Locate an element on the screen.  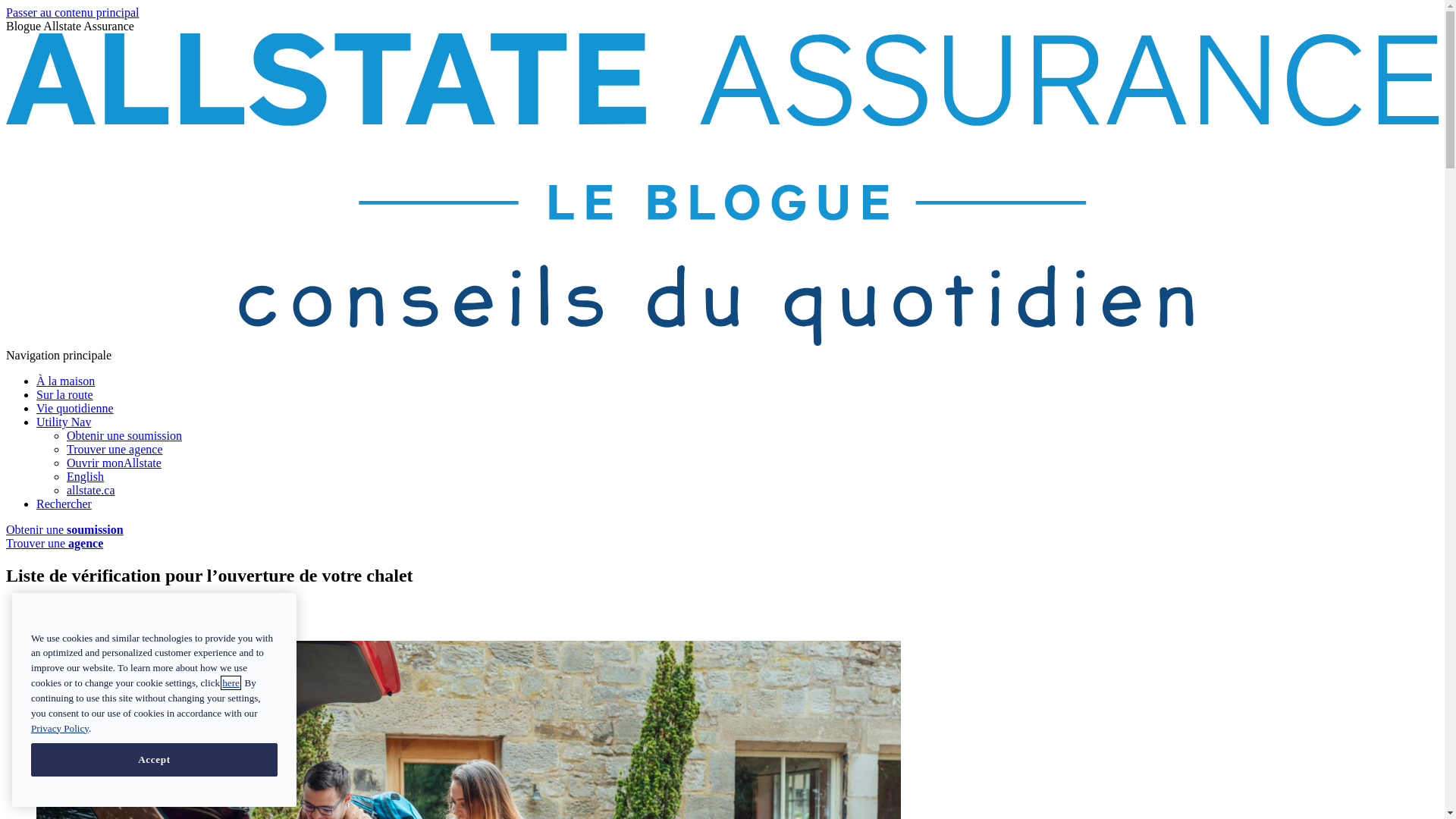
'Accept' is located at coordinates (154, 760).